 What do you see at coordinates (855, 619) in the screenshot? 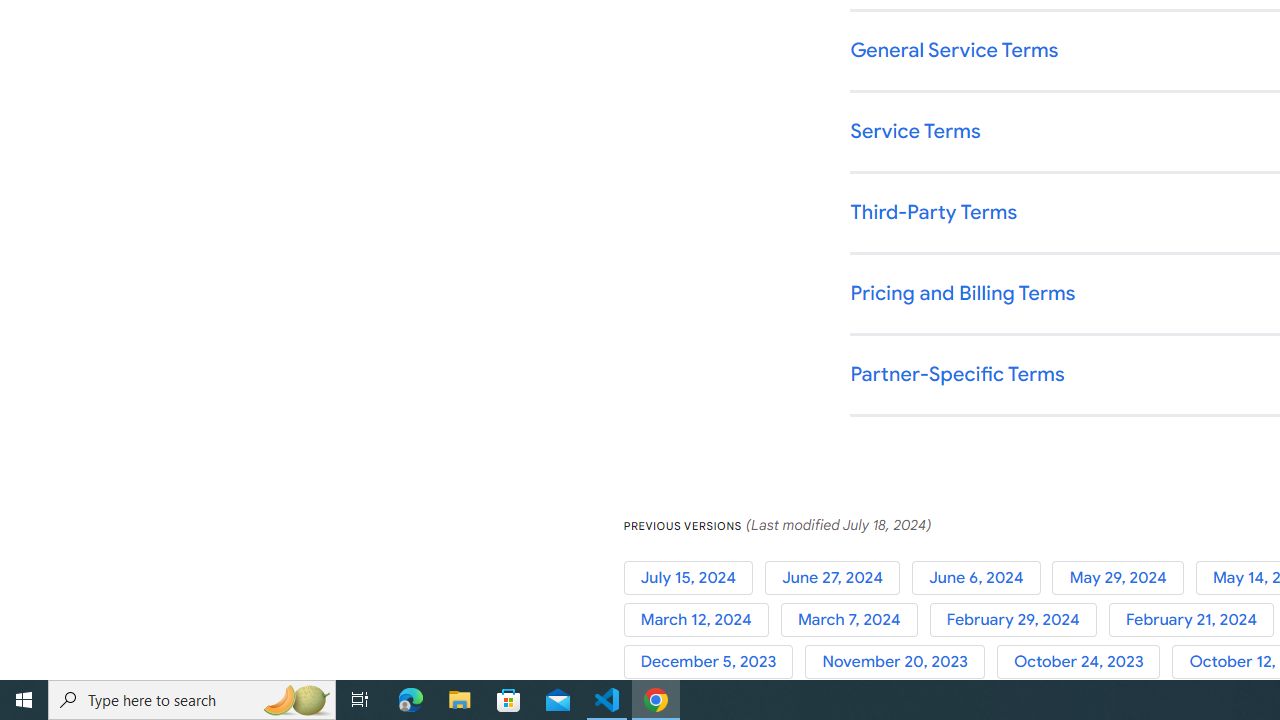
I see `'March 7, 2024'` at bounding box center [855, 619].